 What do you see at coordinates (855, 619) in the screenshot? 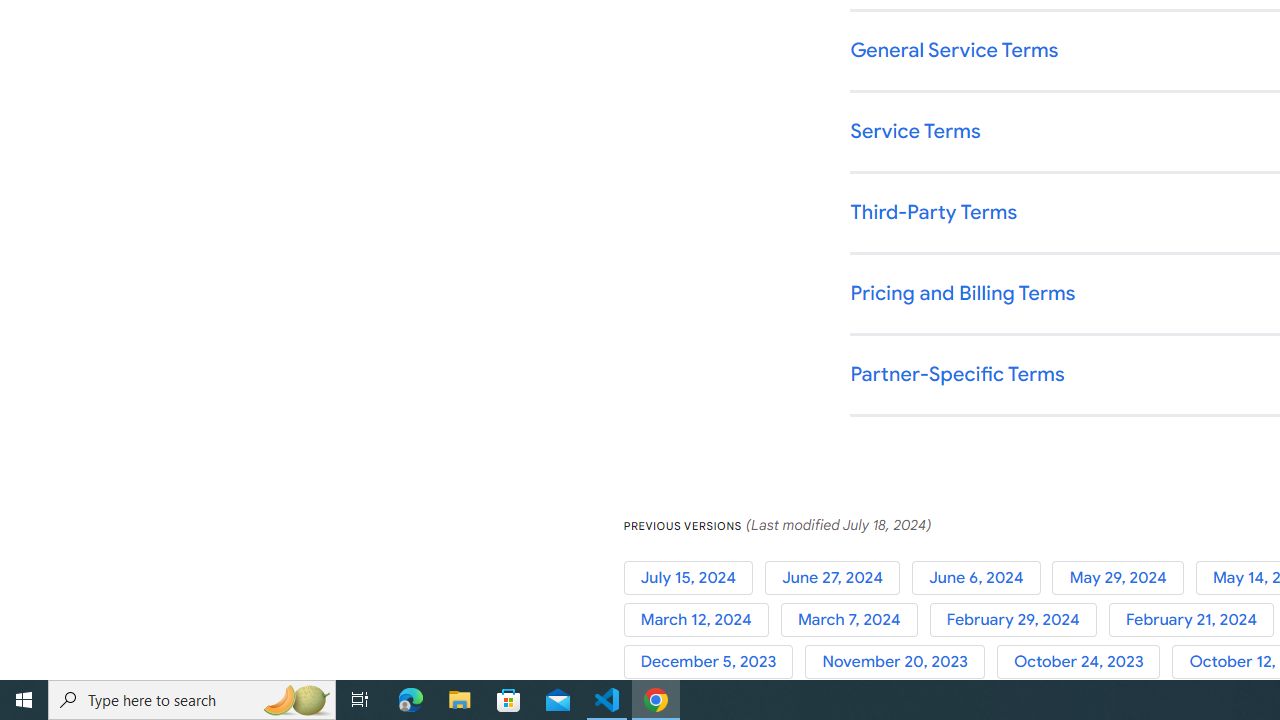
I see `'March 7, 2024'` at bounding box center [855, 619].